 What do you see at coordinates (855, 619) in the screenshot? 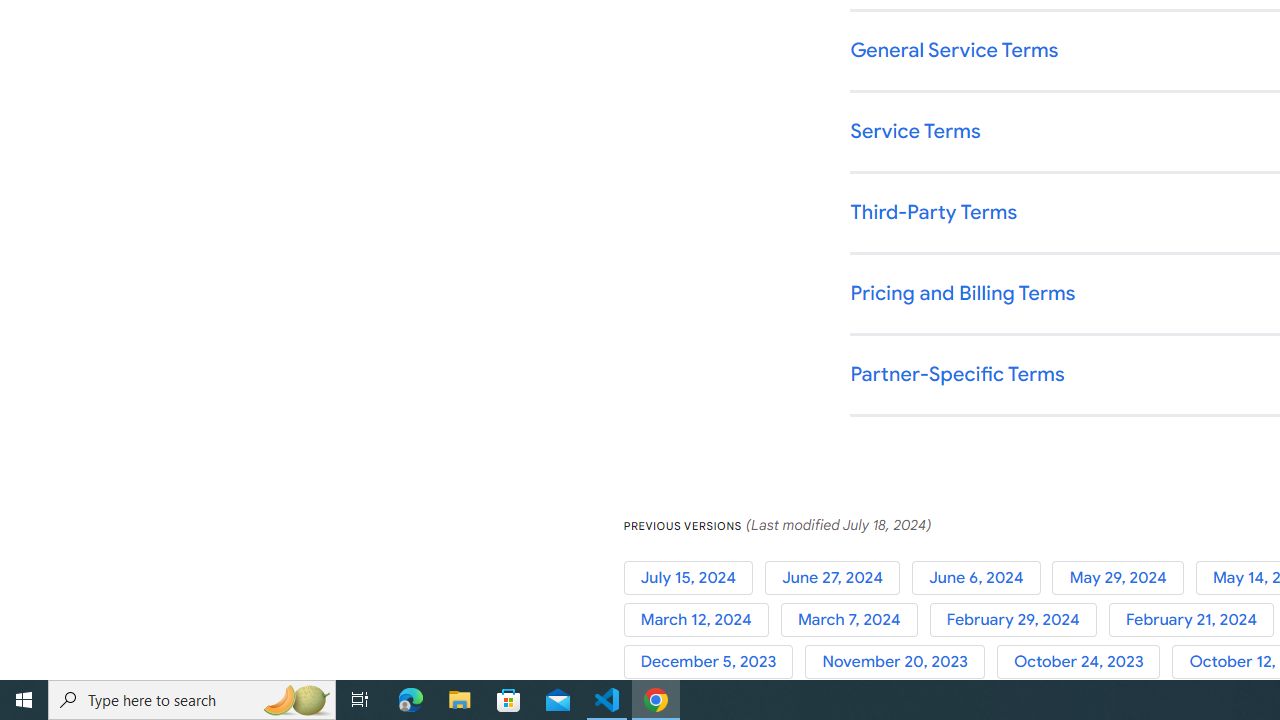
I see `'March 7, 2024'` at bounding box center [855, 619].